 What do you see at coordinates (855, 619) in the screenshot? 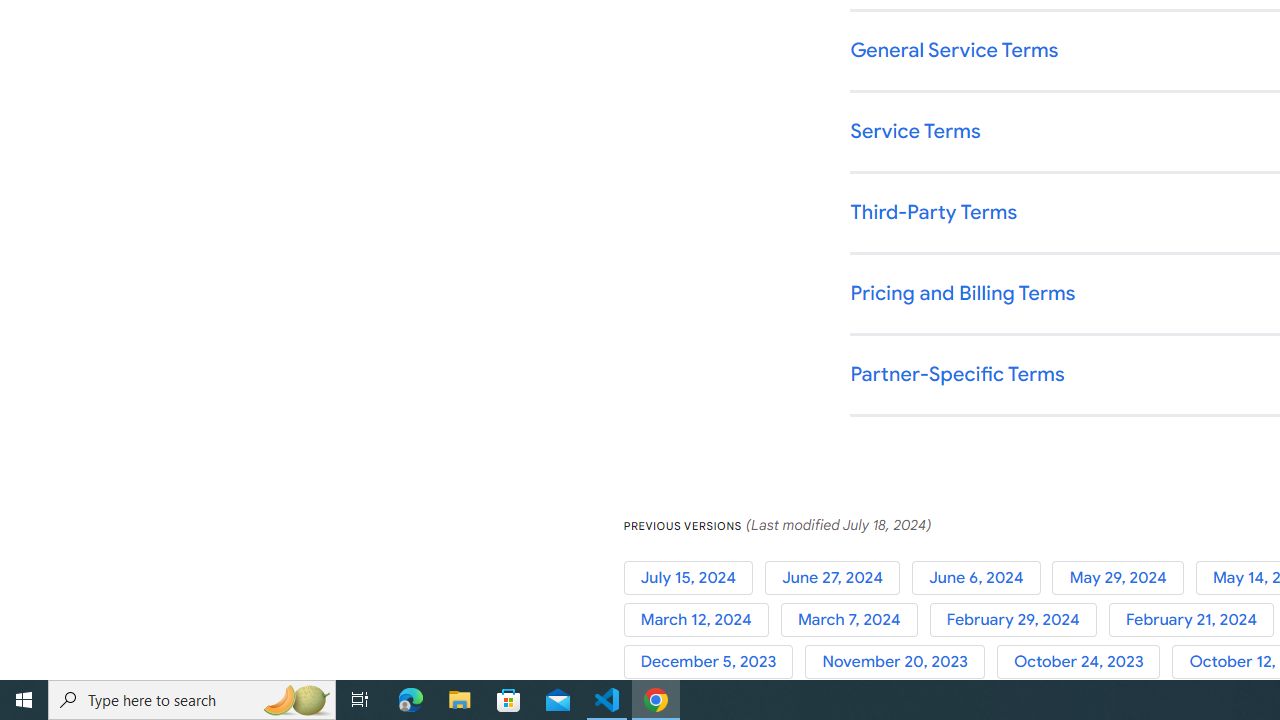
I see `'March 7, 2024'` at bounding box center [855, 619].